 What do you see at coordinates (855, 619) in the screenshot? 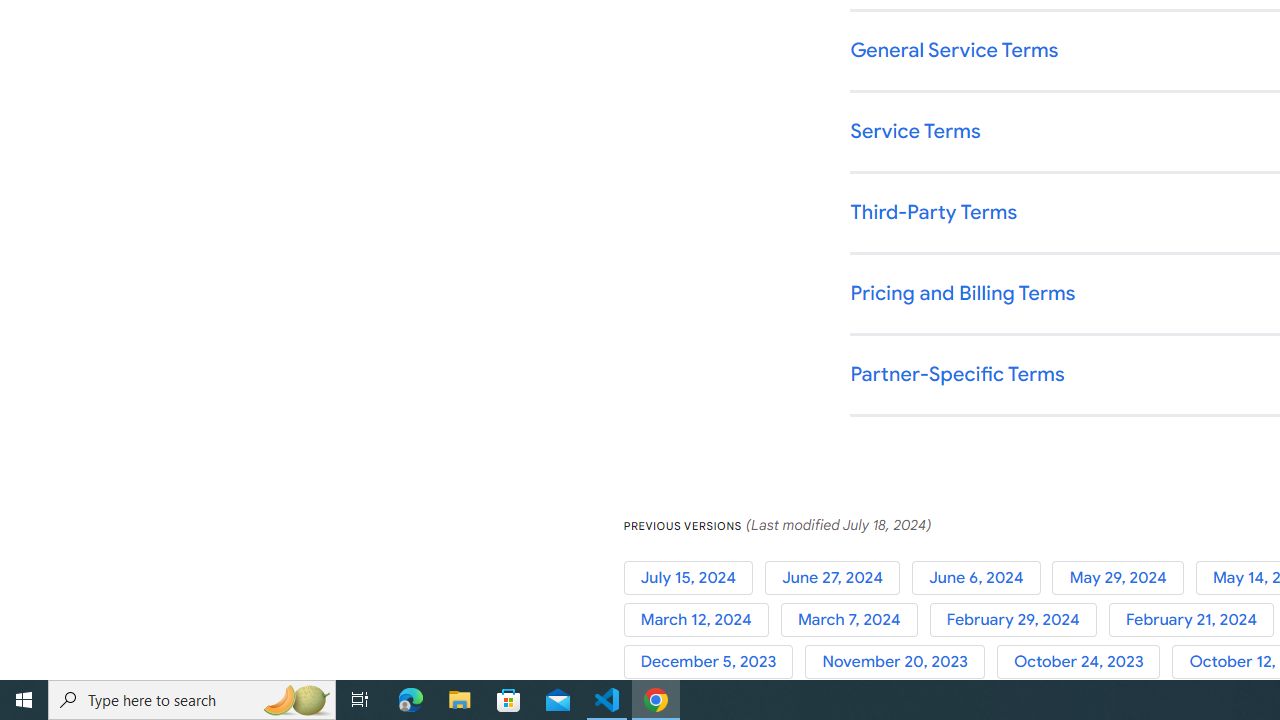
I see `'March 7, 2024'` at bounding box center [855, 619].